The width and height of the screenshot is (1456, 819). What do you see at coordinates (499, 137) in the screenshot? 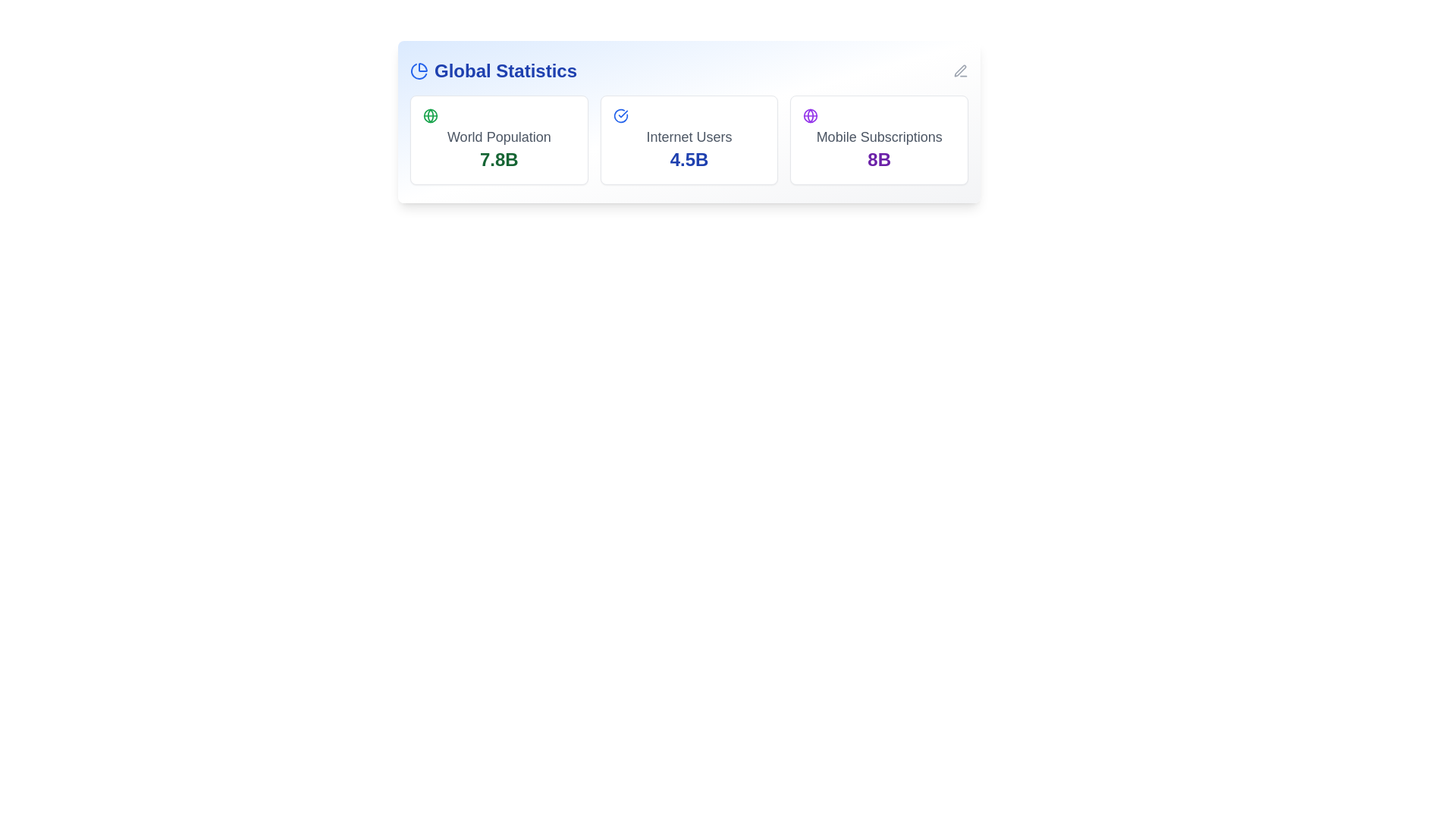
I see `the static text label reading 'World Population' in medium-sized gray font located above the numeric display '7.8B' and to the right of the green globe icon in the 'Global Statistics' dashboard` at bounding box center [499, 137].